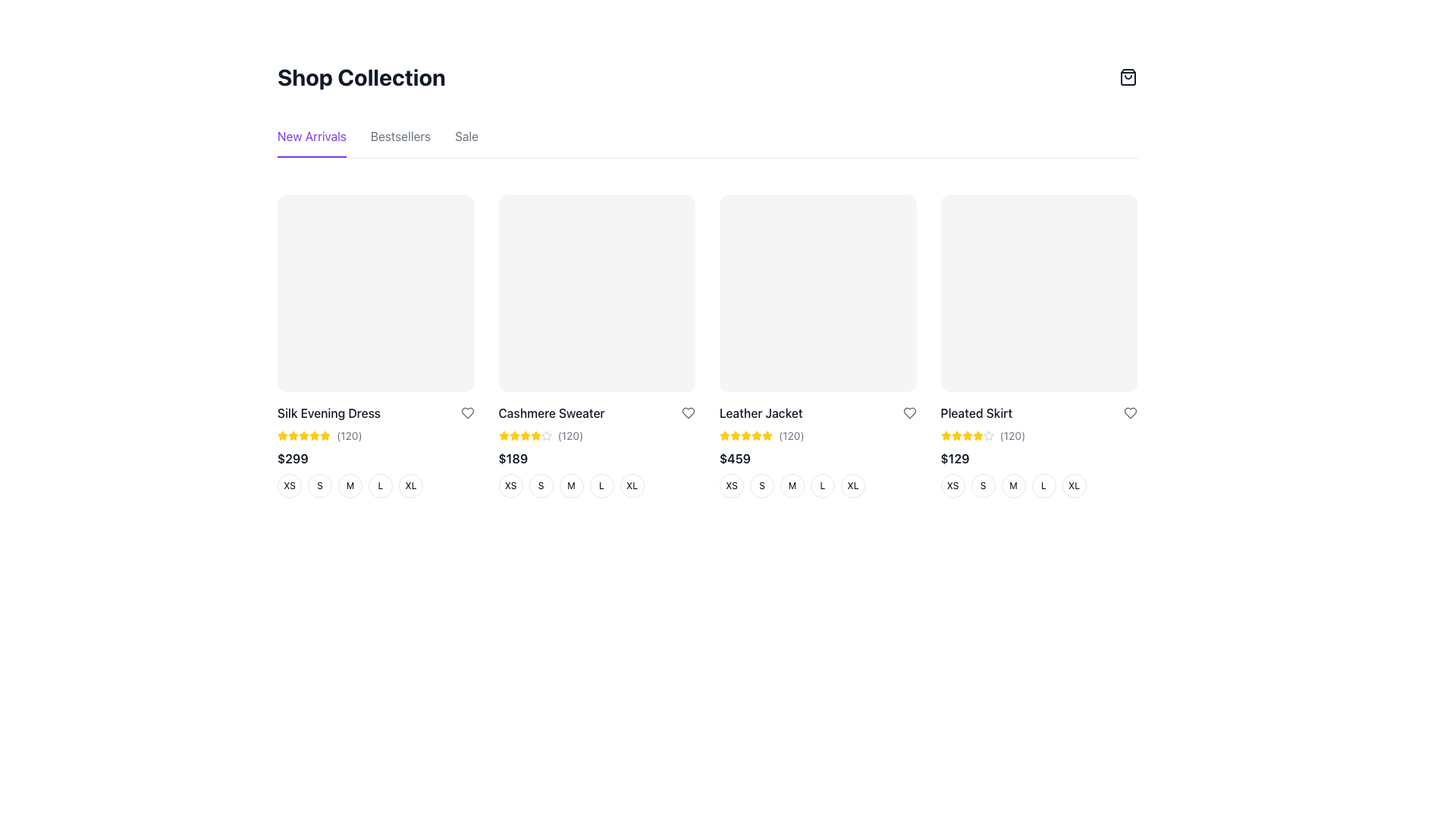 Image resolution: width=1456 pixels, height=819 pixels. Describe the element at coordinates (988, 435) in the screenshot. I see `the fifth rating star icon under the 'Pleated Skirt' product, which indicates the user's rating in the five-star rating system` at that location.